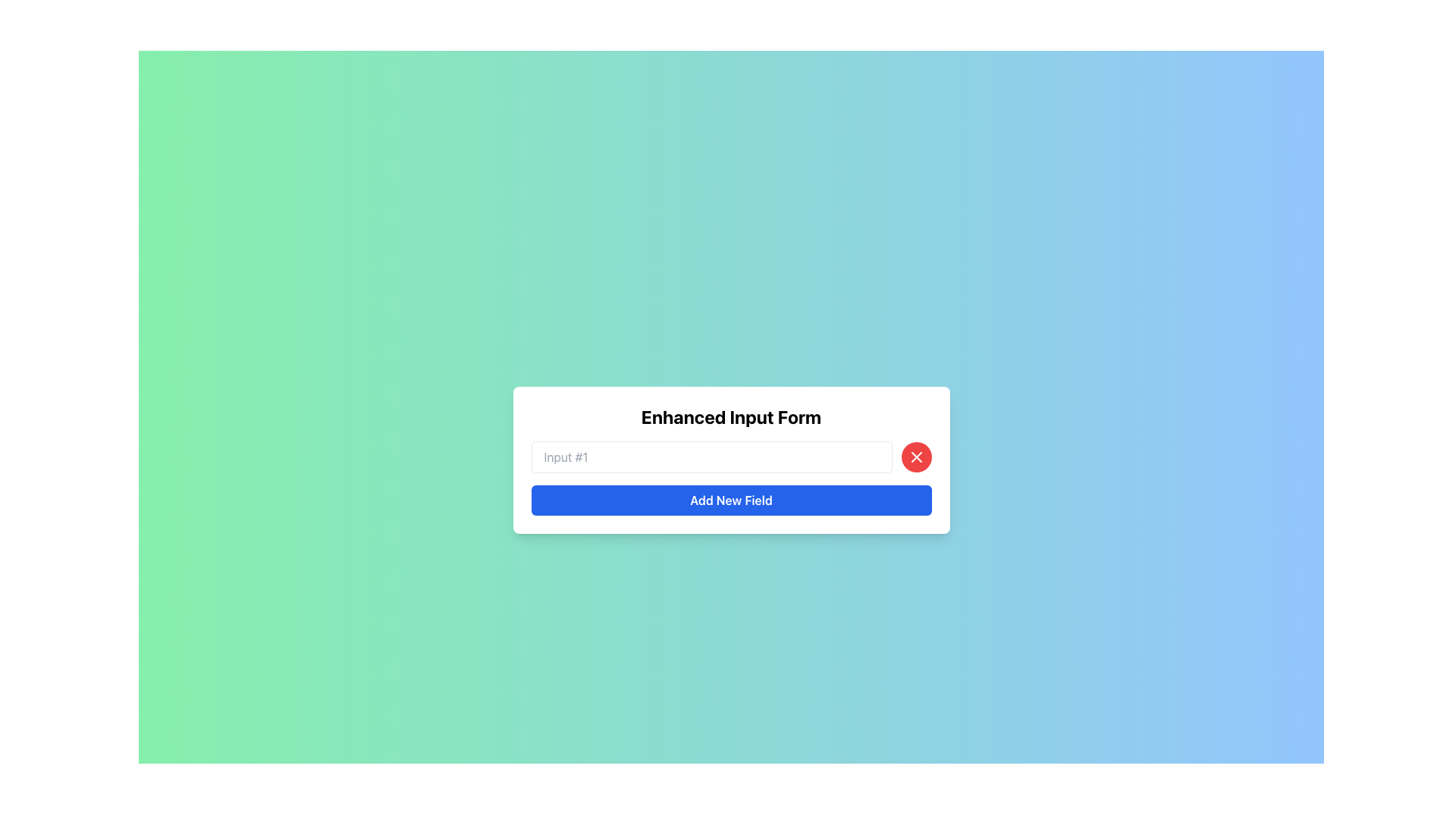 The width and height of the screenshot is (1456, 819). What do you see at coordinates (915, 456) in the screenshot?
I see `the 'remove' button located to the right of the text input field labeled 'Input #1'` at bounding box center [915, 456].